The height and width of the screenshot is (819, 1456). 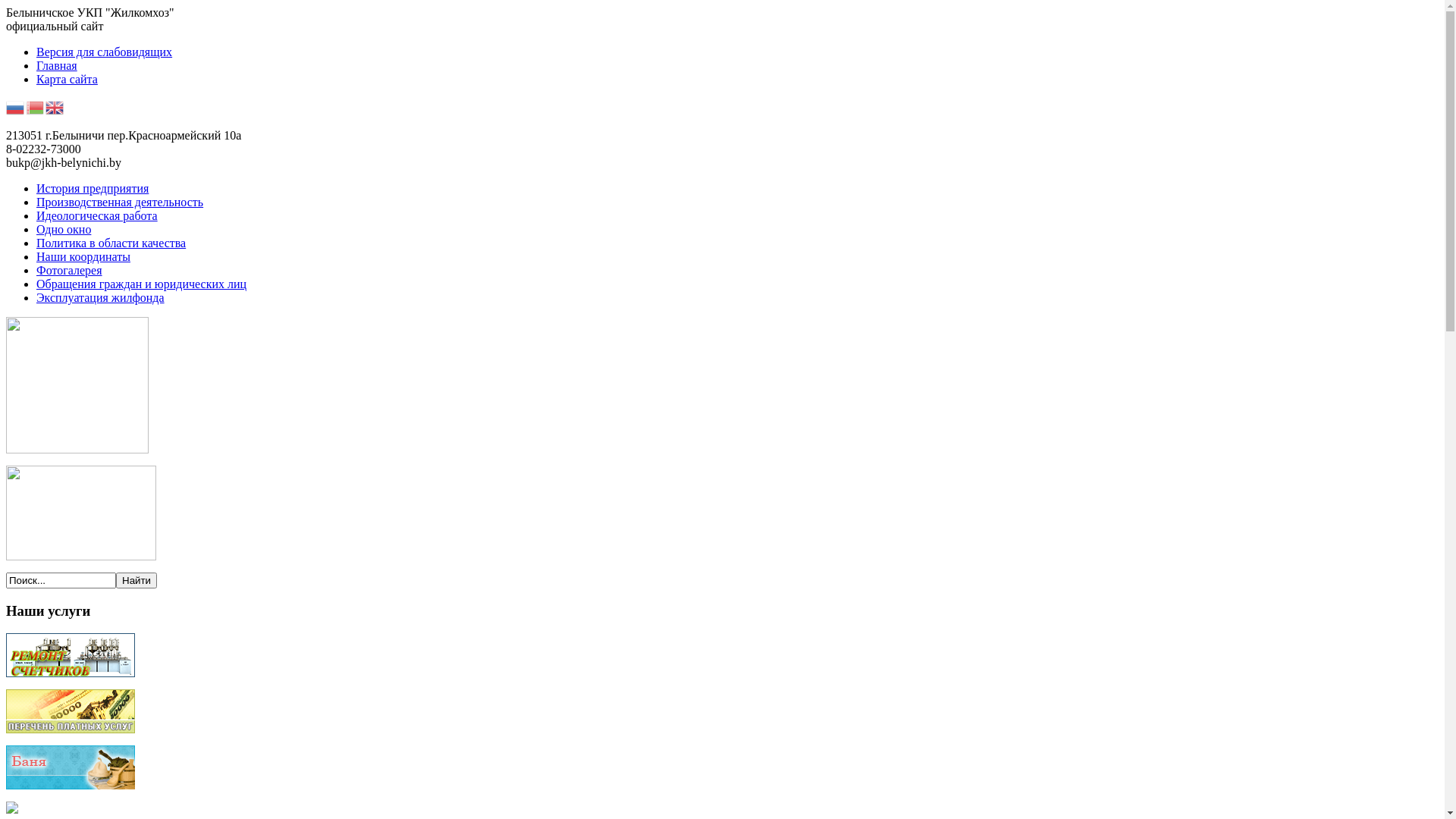 What do you see at coordinates (15, 105) in the screenshot?
I see `'Russian'` at bounding box center [15, 105].